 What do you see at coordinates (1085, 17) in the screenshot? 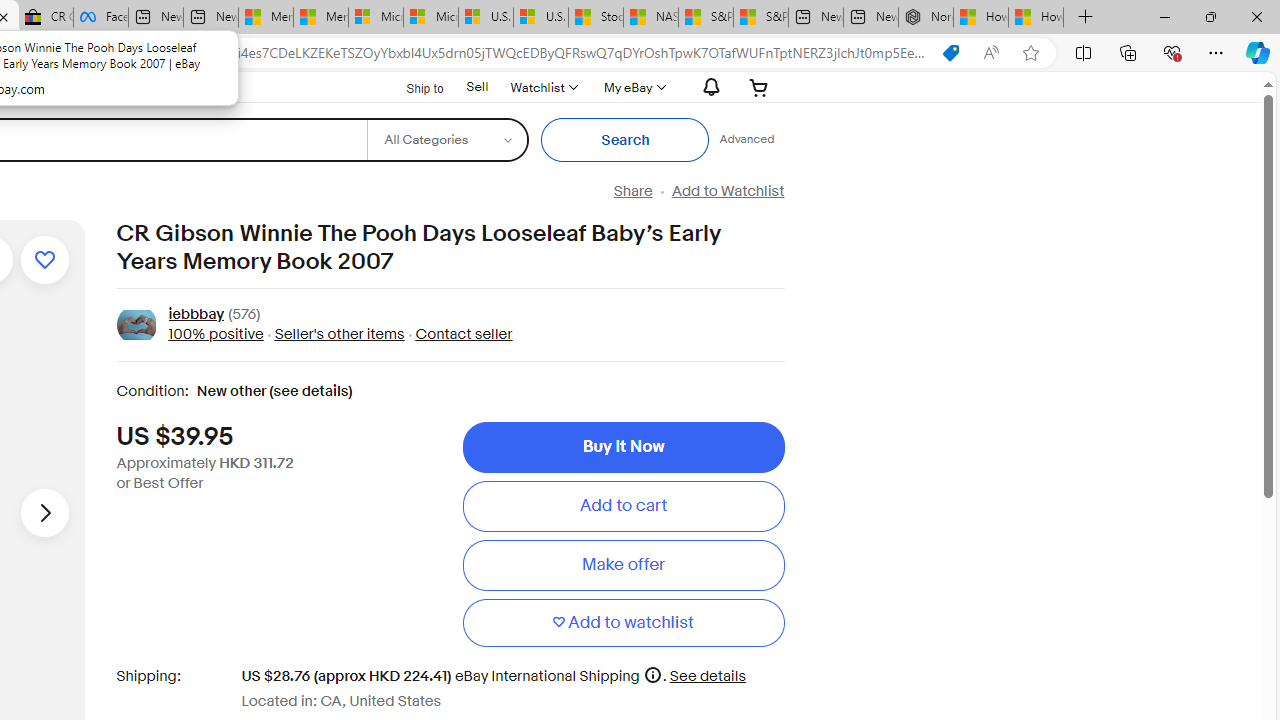
I see `'New Tab'` at bounding box center [1085, 17].